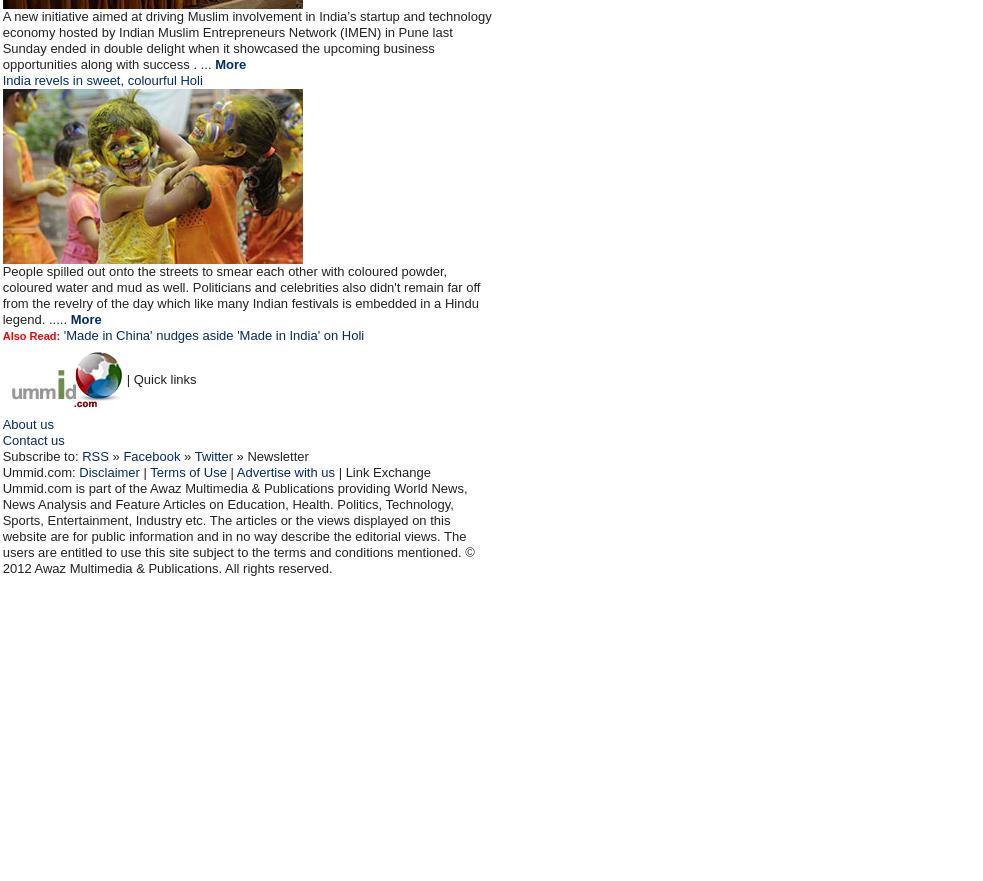 This screenshot has width=983, height=881. What do you see at coordinates (93, 456) in the screenshot?
I see `'RSS'` at bounding box center [93, 456].